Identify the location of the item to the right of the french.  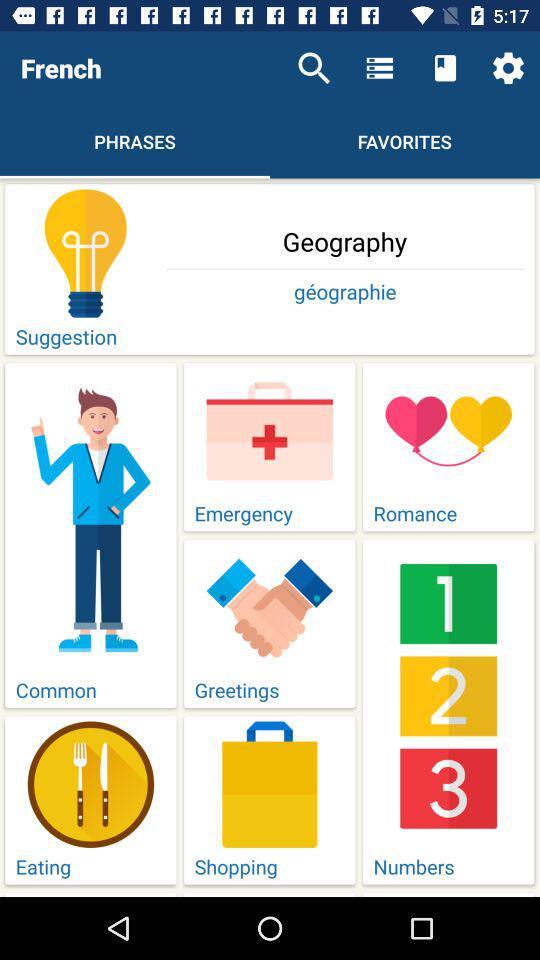
(314, 68).